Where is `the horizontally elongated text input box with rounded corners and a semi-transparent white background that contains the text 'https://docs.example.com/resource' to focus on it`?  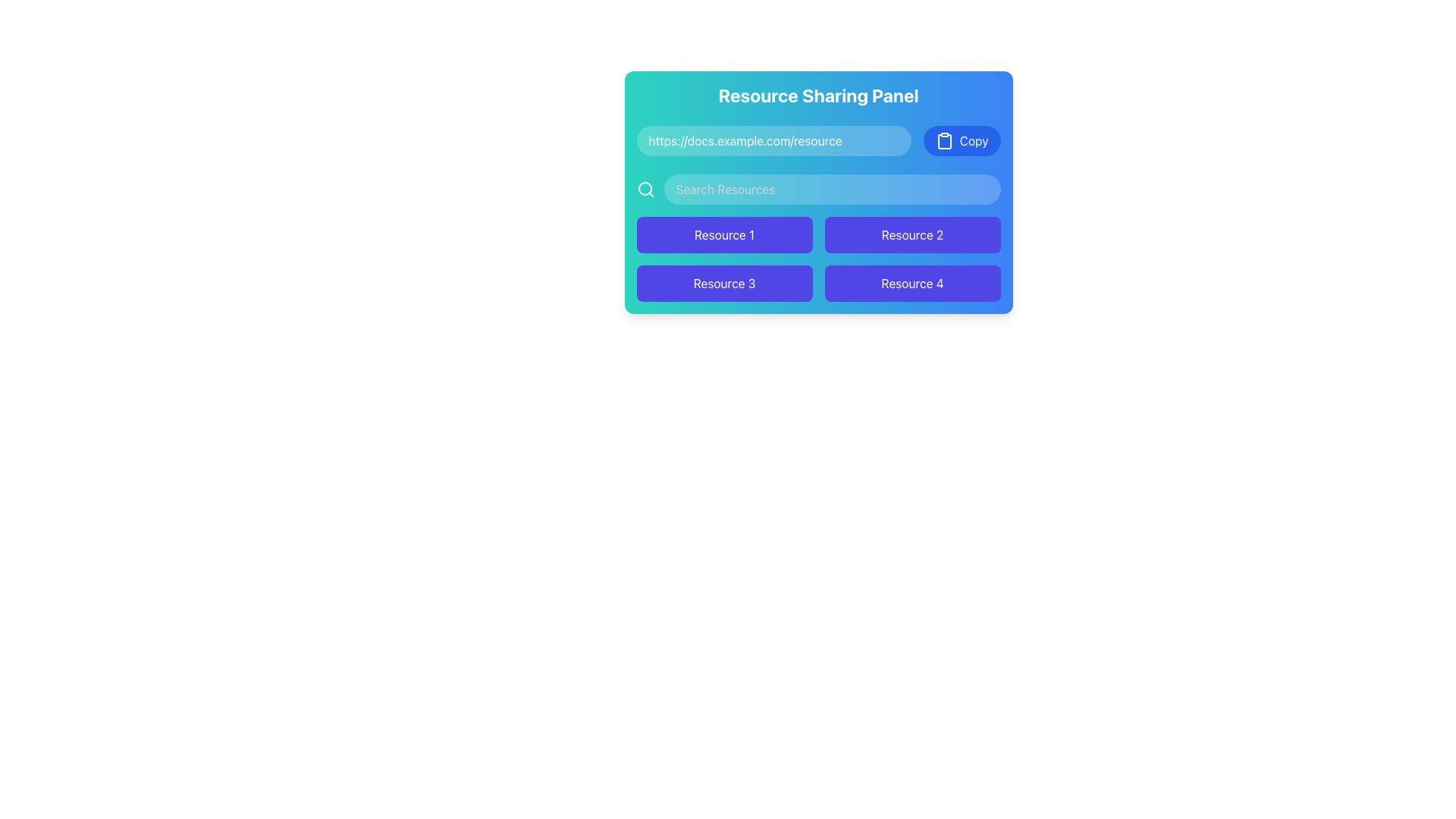 the horizontally elongated text input box with rounded corners and a semi-transparent white background that contains the text 'https://docs.example.com/resource' to focus on it is located at coordinates (773, 140).